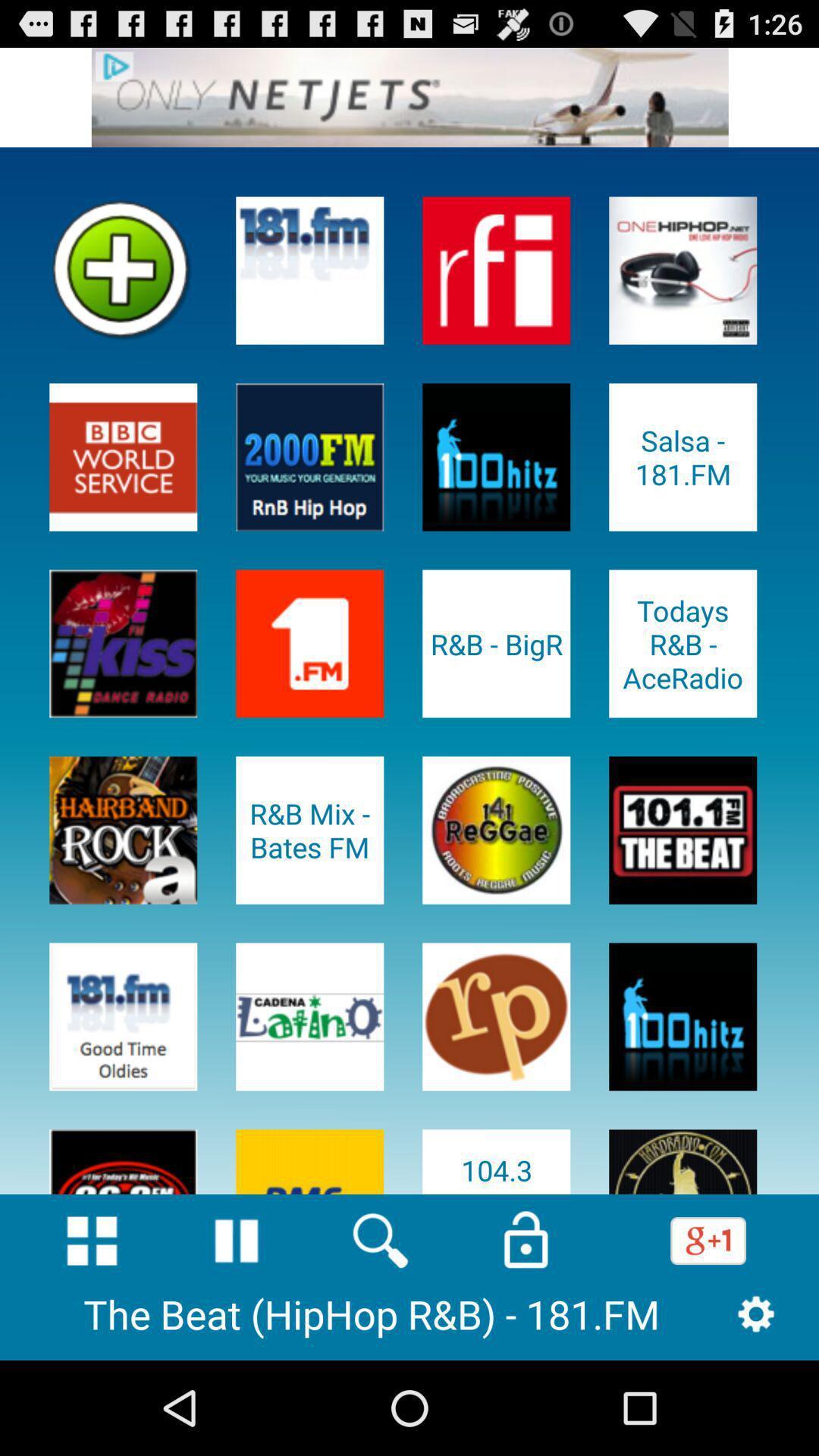  What do you see at coordinates (92, 1241) in the screenshot?
I see `display thumbnails` at bounding box center [92, 1241].